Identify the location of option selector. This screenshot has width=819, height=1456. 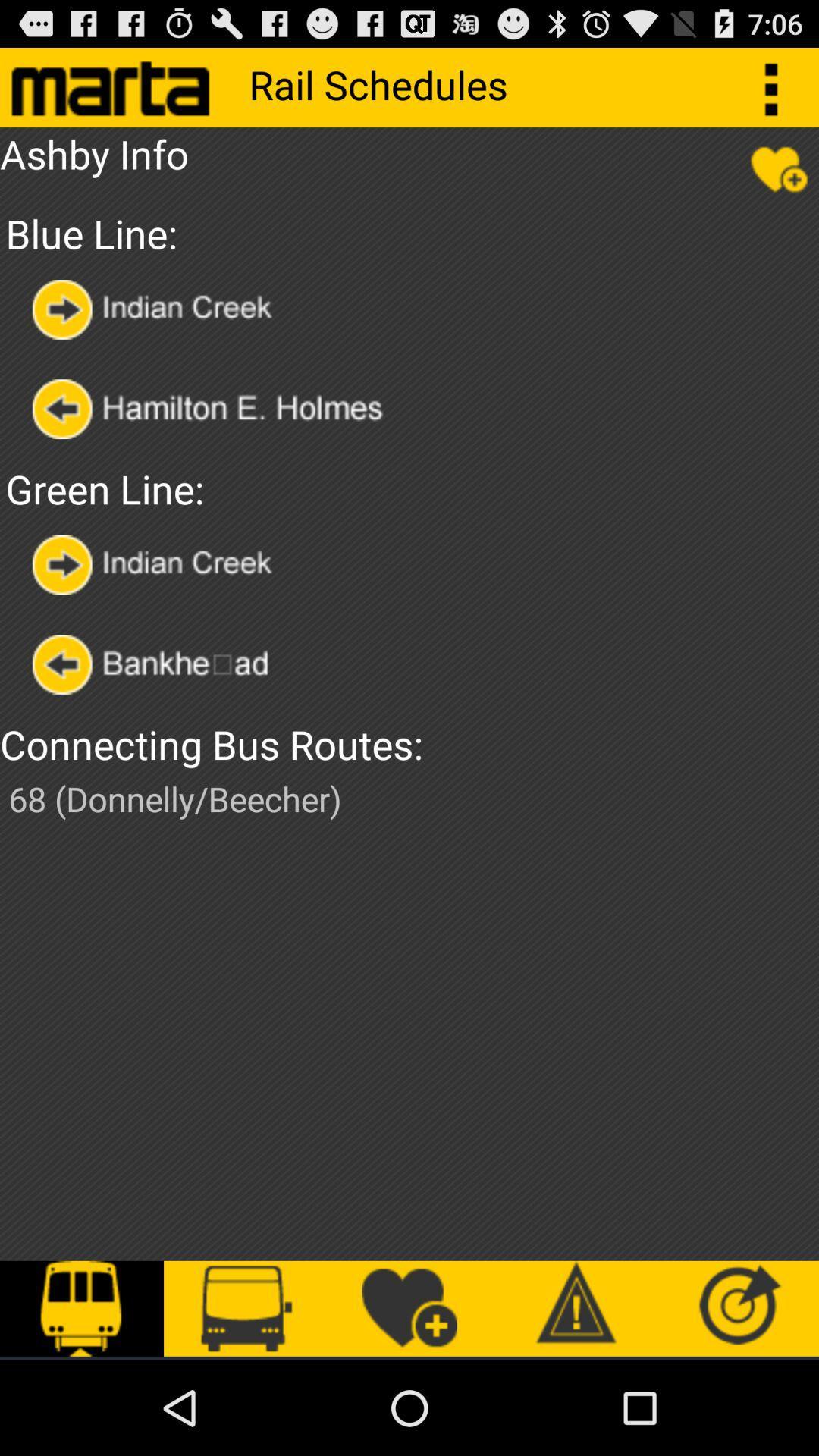
(157, 309).